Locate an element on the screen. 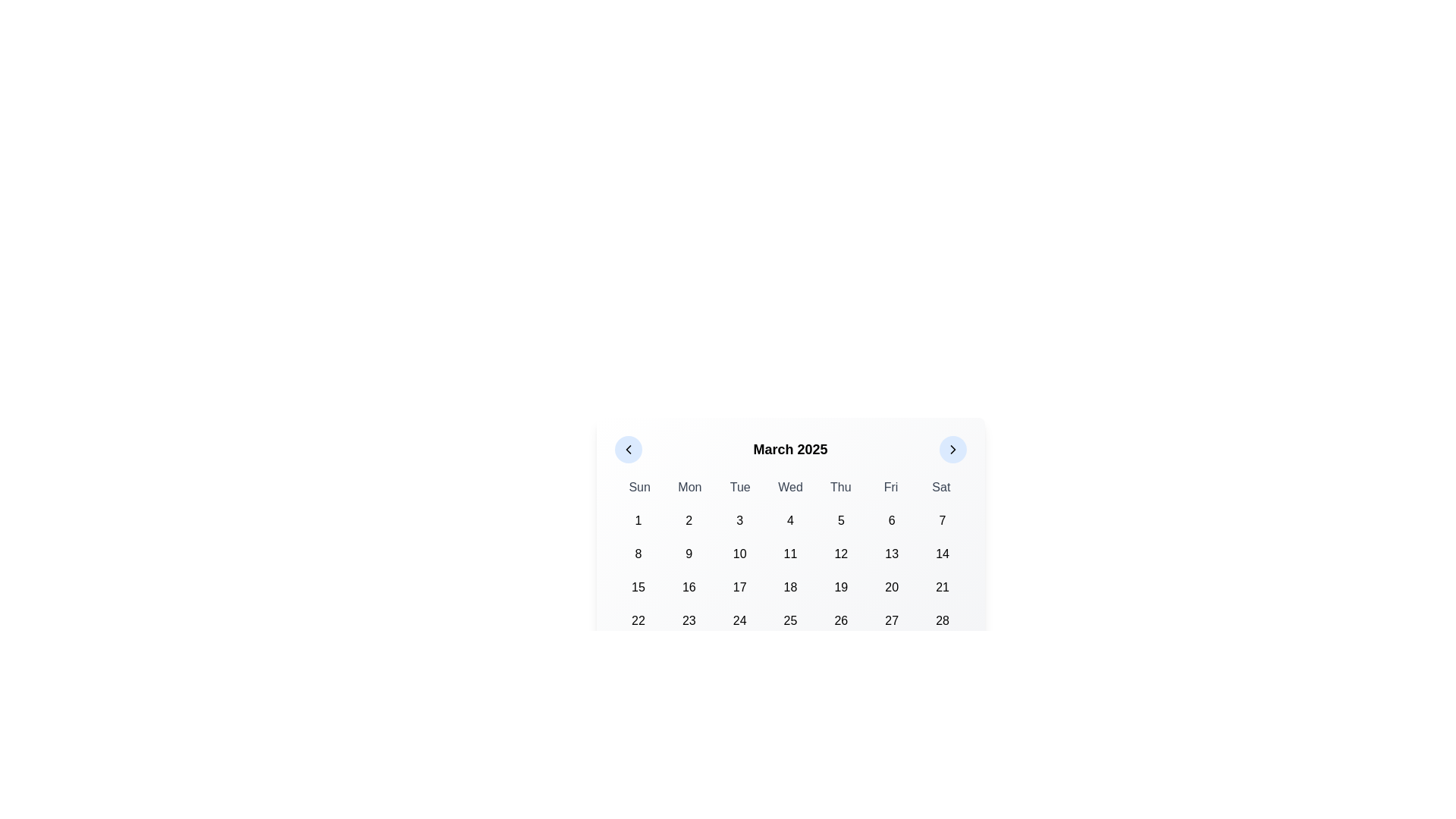 The width and height of the screenshot is (1456, 819). the days in the calendar grid layout is located at coordinates (789, 587).